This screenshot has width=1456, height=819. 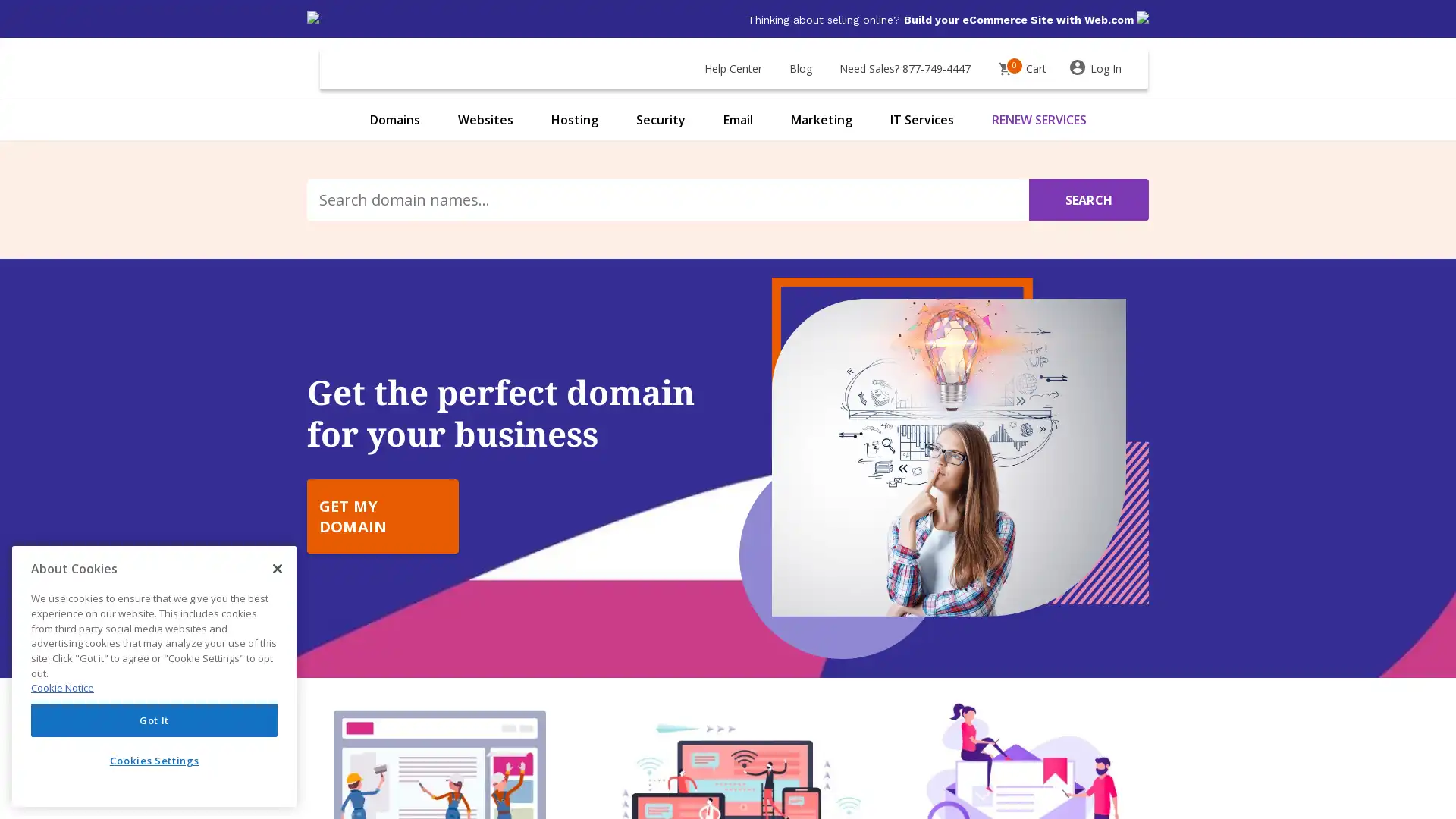 I want to click on SEARCH, so click(x=1087, y=199).